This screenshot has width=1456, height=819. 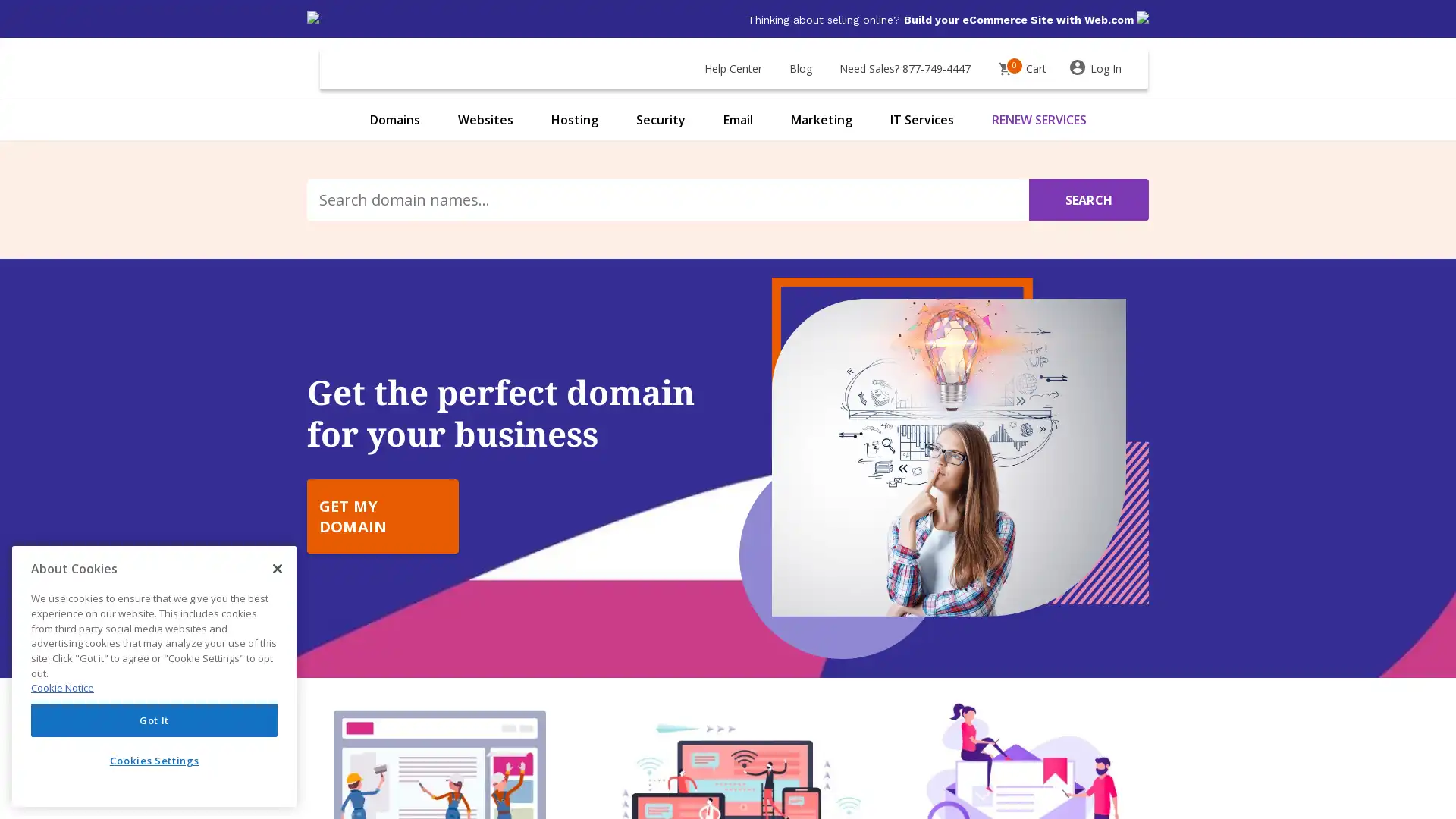 I want to click on SEARCH, so click(x=1087, y=199).